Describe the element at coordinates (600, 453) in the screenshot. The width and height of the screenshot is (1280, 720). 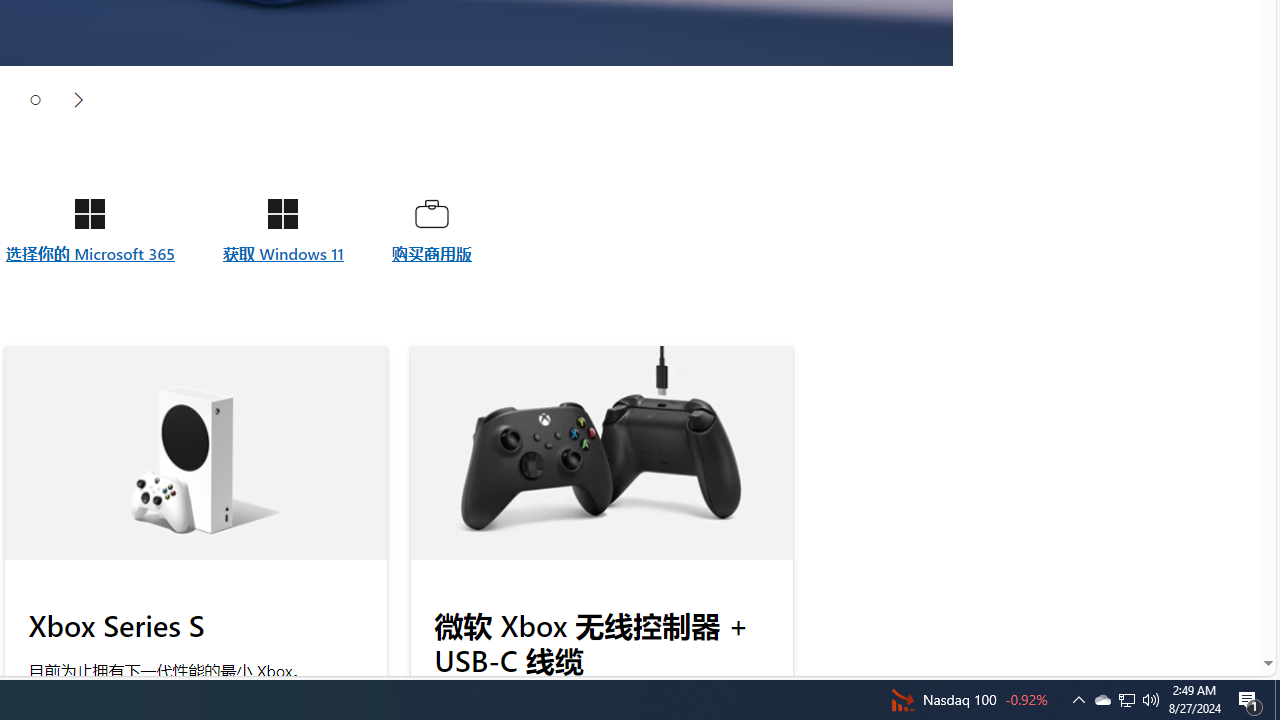
I see `'A pair of Xbox Wireless Controllers with USB-C Cable.'` at that location.